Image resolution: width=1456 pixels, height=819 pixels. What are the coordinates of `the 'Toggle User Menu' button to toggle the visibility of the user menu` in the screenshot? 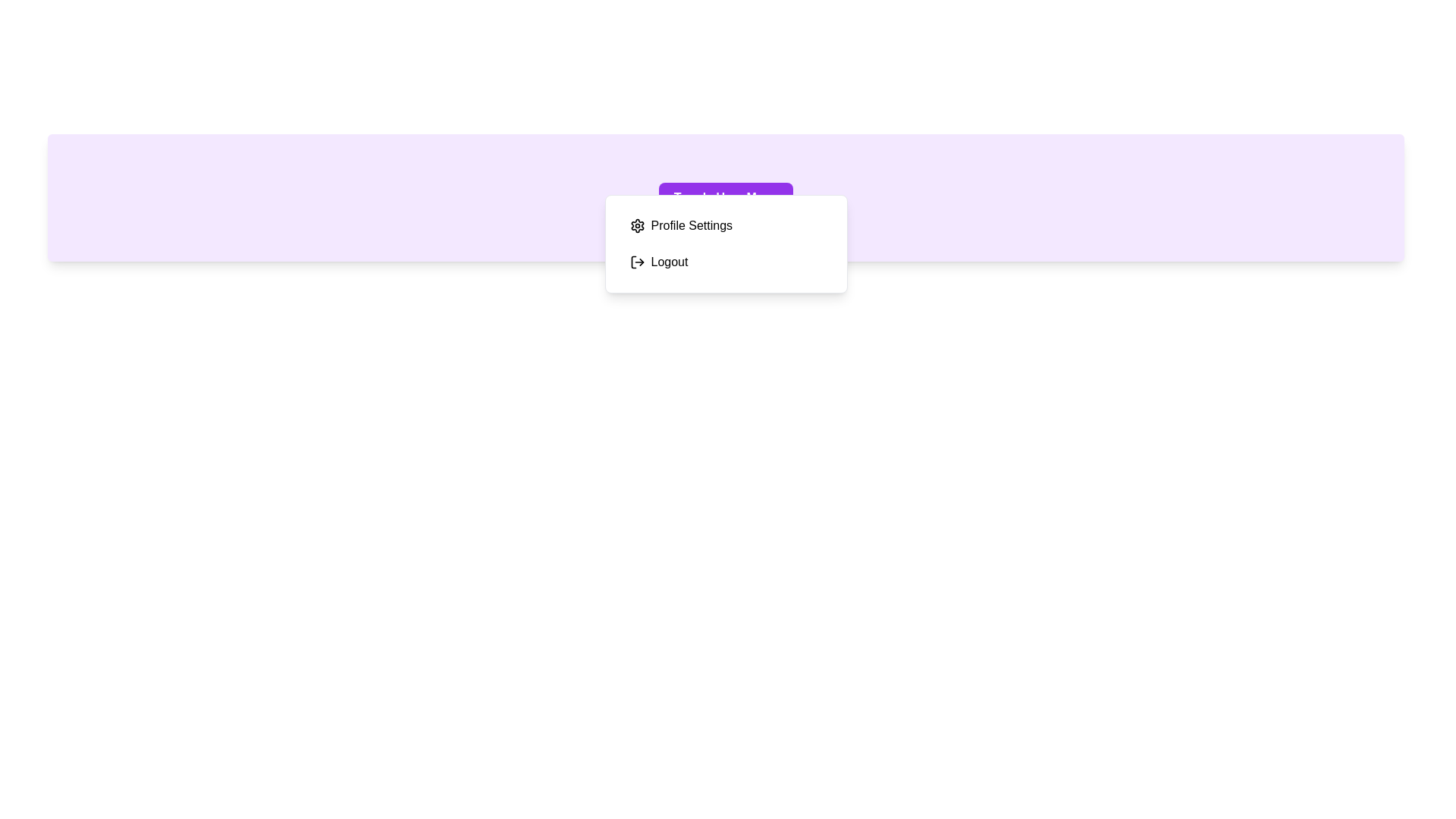 It's located at (725, 197).